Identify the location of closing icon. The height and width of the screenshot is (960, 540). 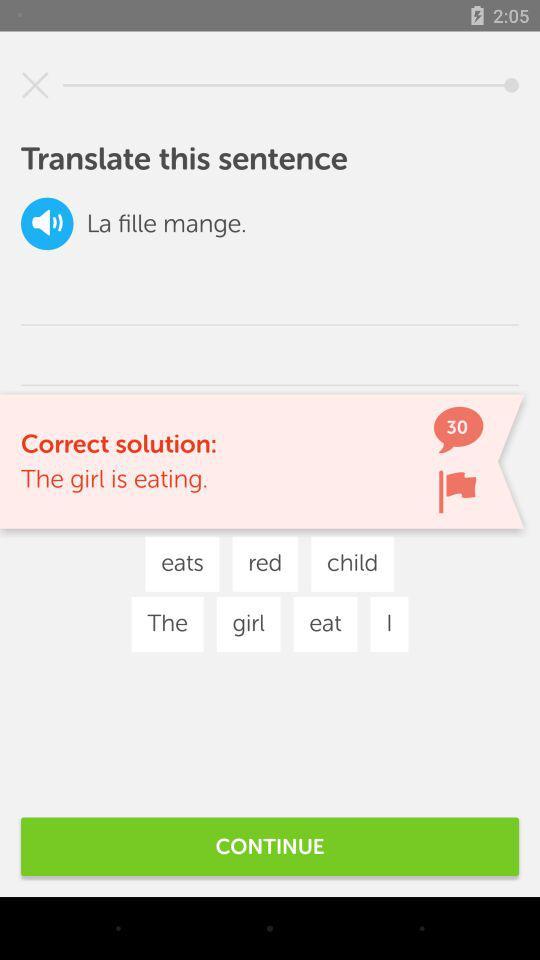
(35, 85).